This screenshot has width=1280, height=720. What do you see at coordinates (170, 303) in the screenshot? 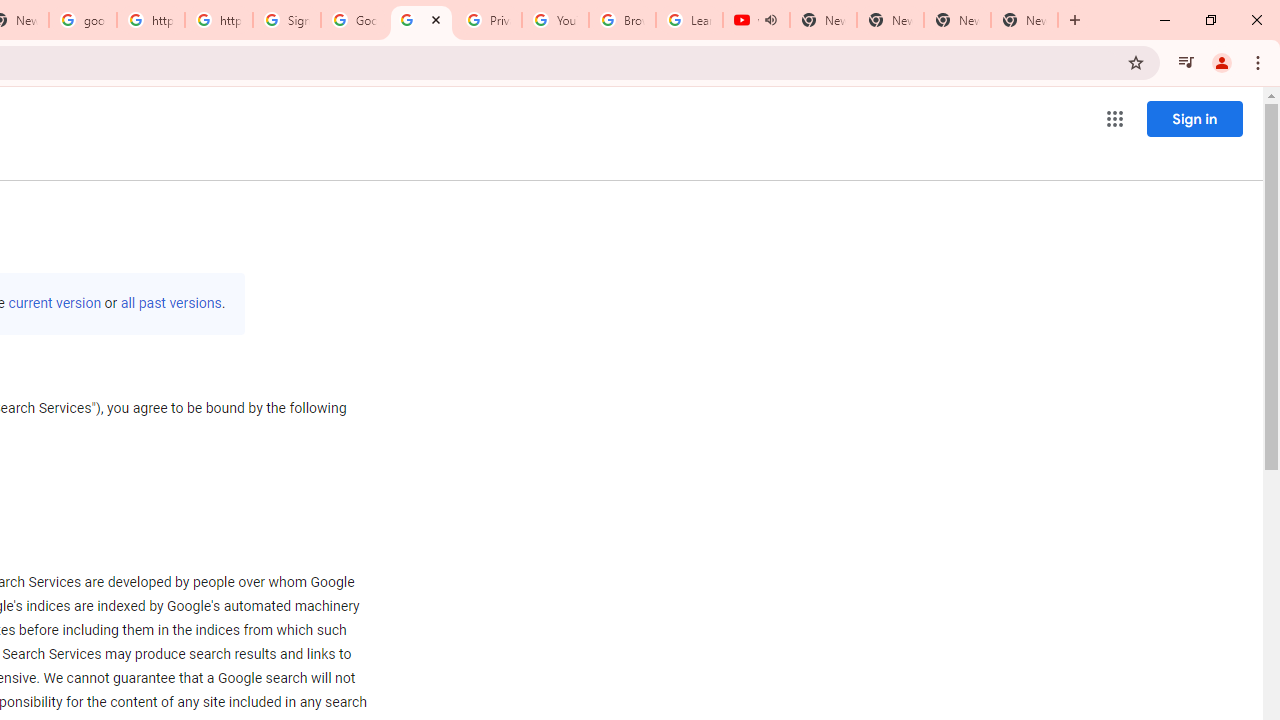
I see `'all past versions'` at bounding box center [170, 303].